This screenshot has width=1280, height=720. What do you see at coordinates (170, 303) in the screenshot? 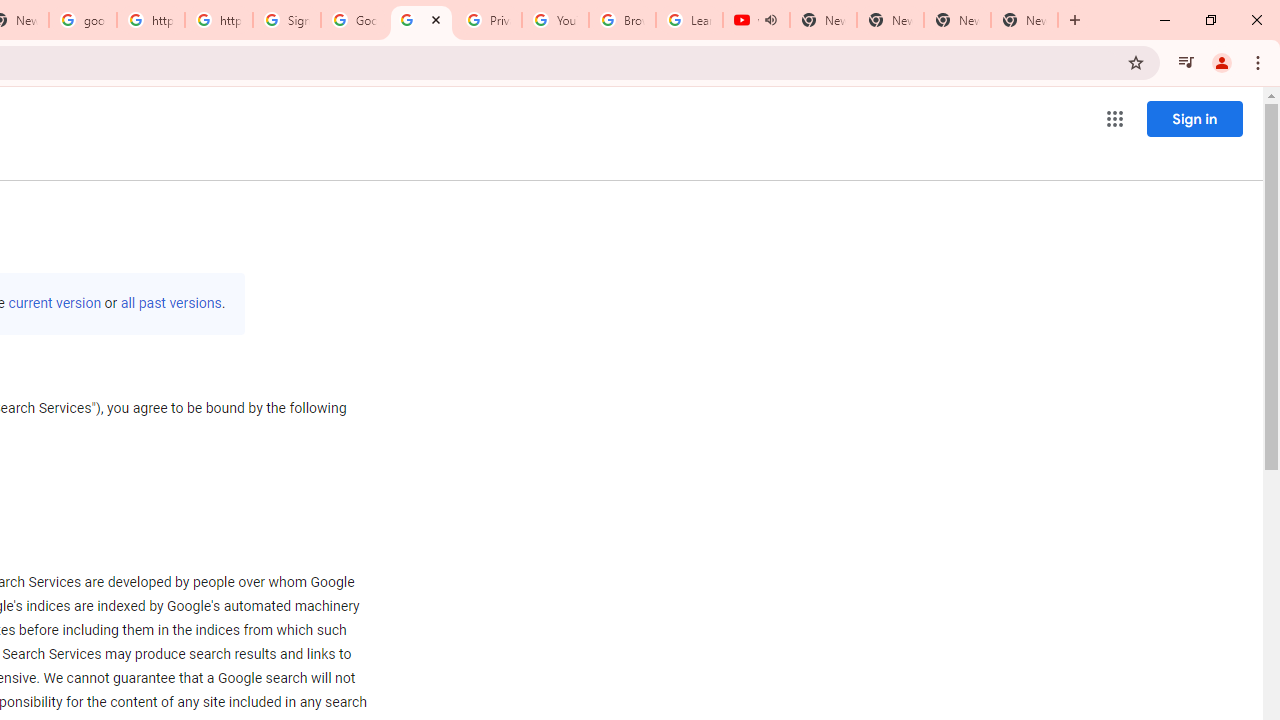
I see `'all past versions'` at bounding box center [170, 303].